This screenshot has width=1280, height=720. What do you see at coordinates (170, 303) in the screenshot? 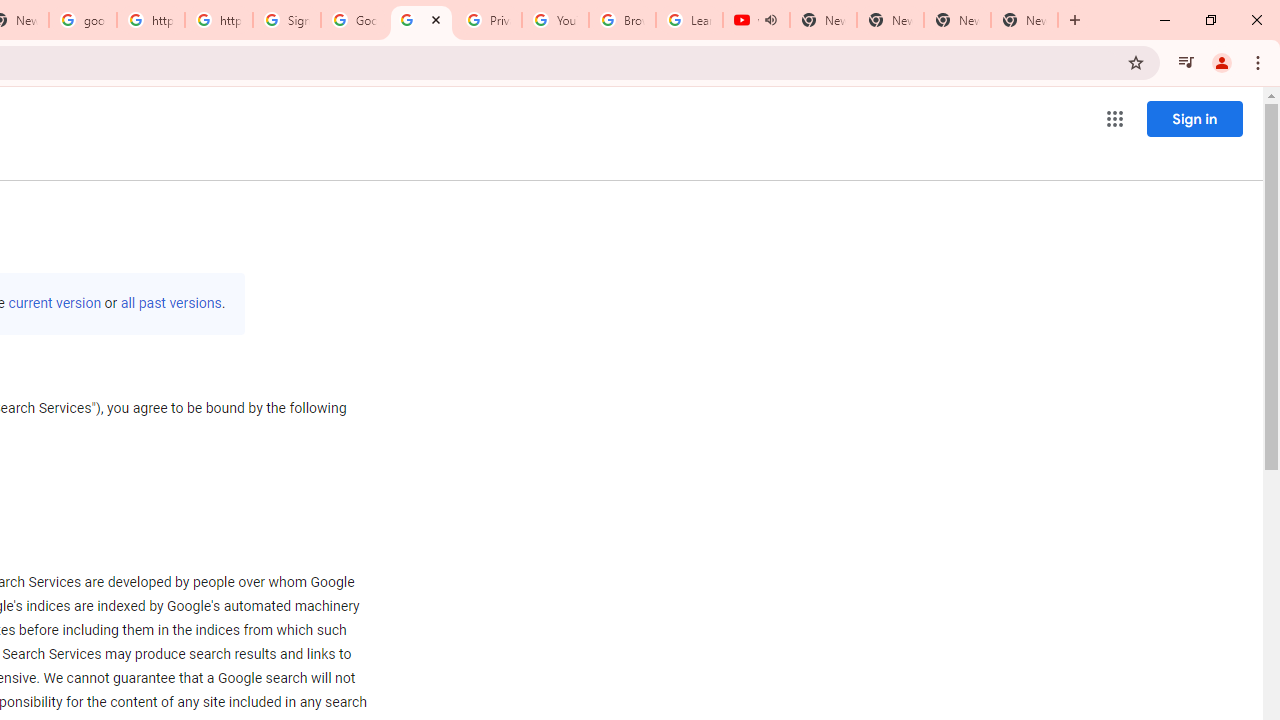
I see `'all past versions'` at bounding box center [170, 303].